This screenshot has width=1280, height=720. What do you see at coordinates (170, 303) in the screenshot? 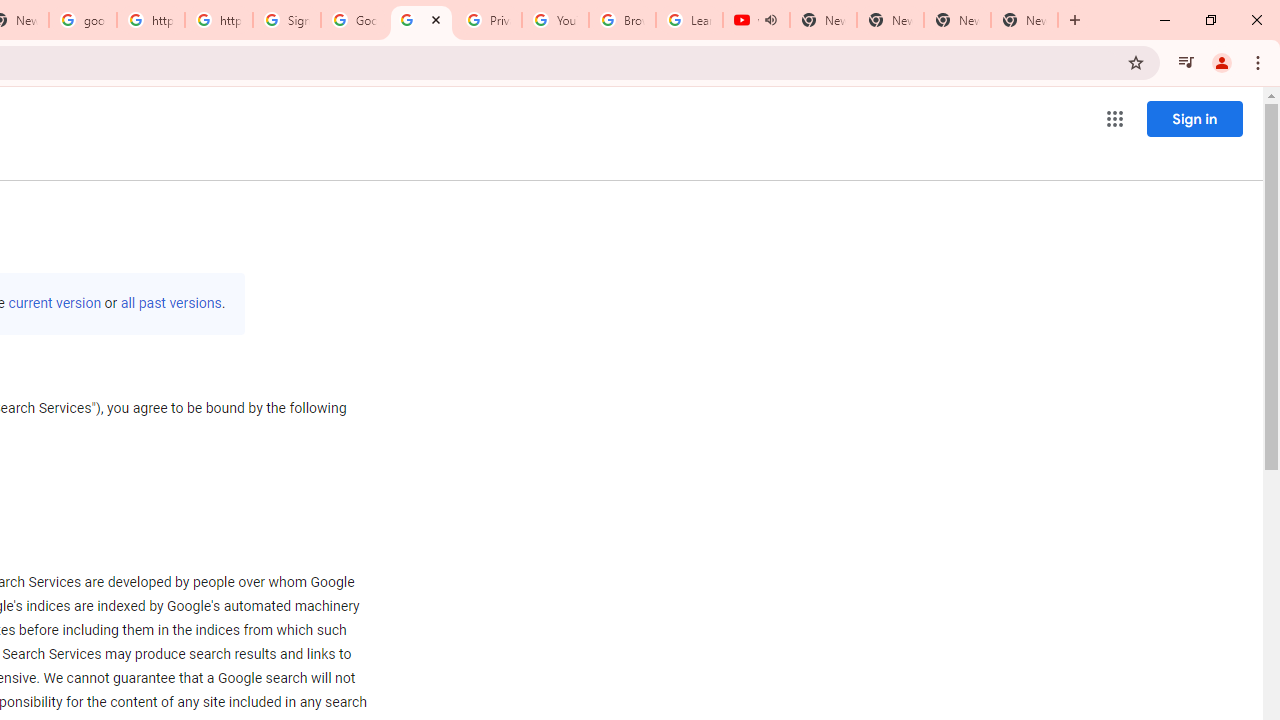
I see `'all past versions'` at bounding box center [170, 303].